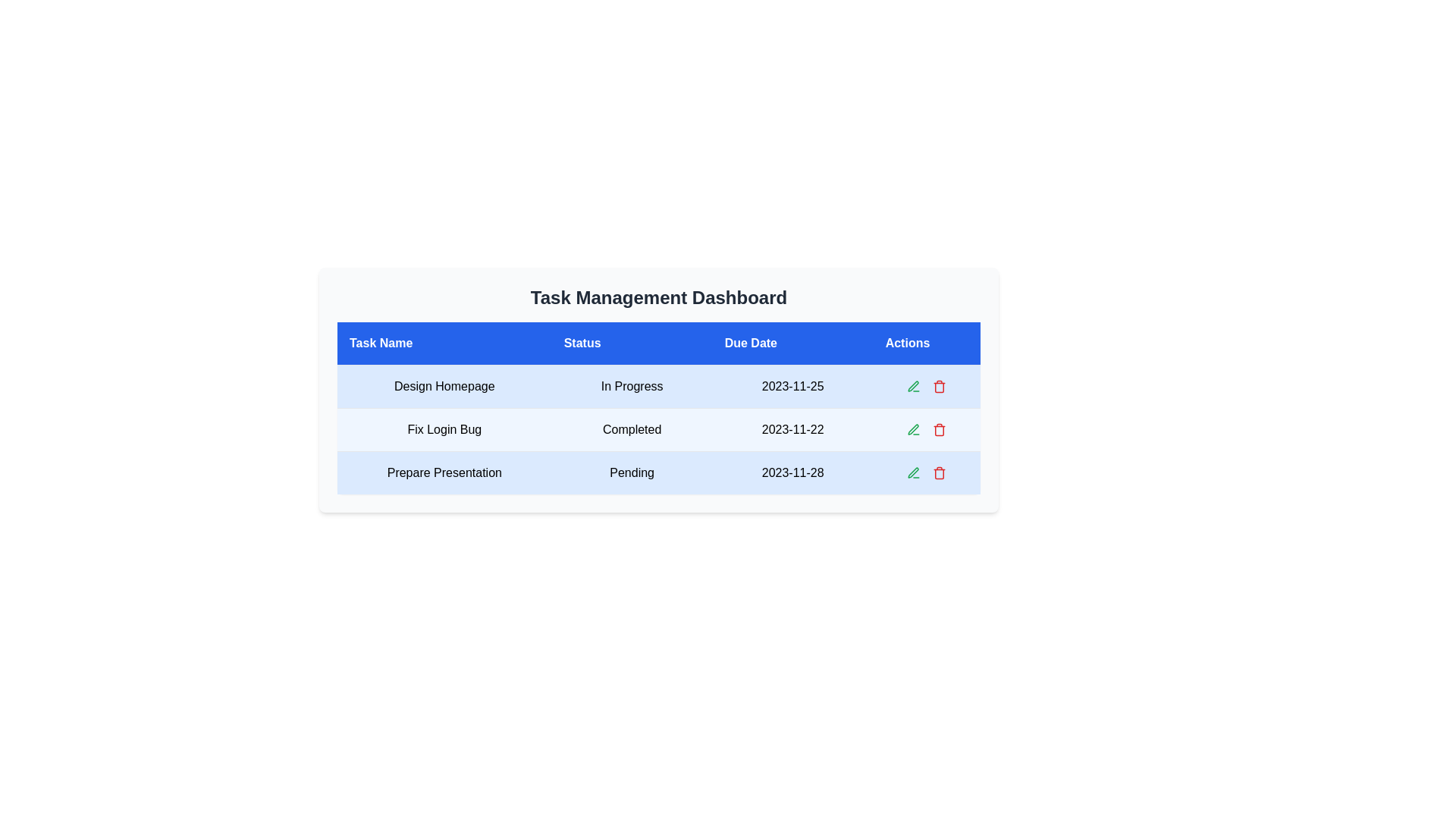  What do you see at coordinates (926, 385) in the screenshot?
I see `the action icons in the Actions group for the 'Design Homepage' task` at bounding box center [926, 385].